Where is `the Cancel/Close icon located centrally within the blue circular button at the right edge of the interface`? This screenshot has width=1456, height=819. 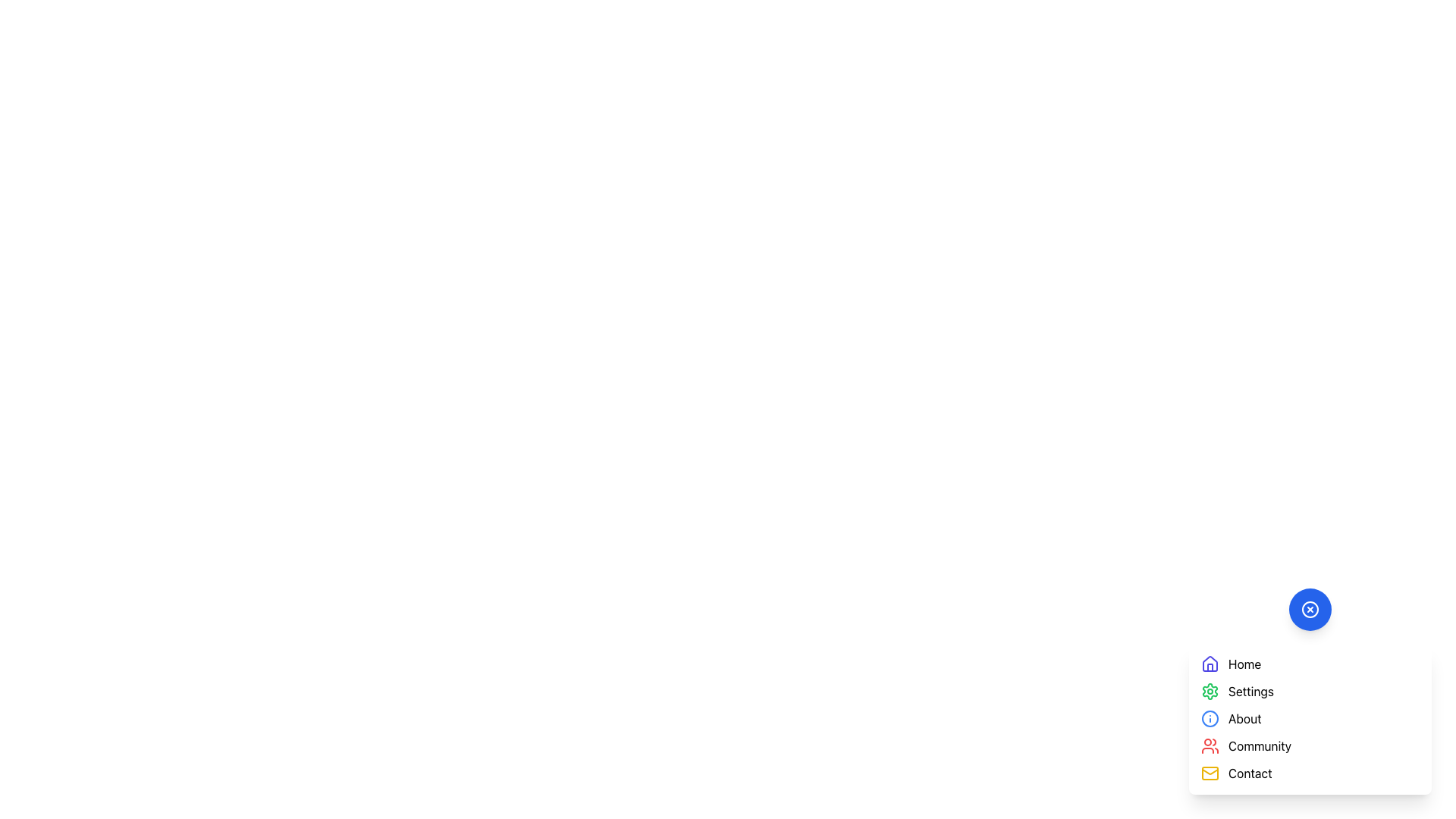 the Cancel/Close icon located centrally within the blue circular button at the right edge of the interface is located at coordinates (1310, 608).